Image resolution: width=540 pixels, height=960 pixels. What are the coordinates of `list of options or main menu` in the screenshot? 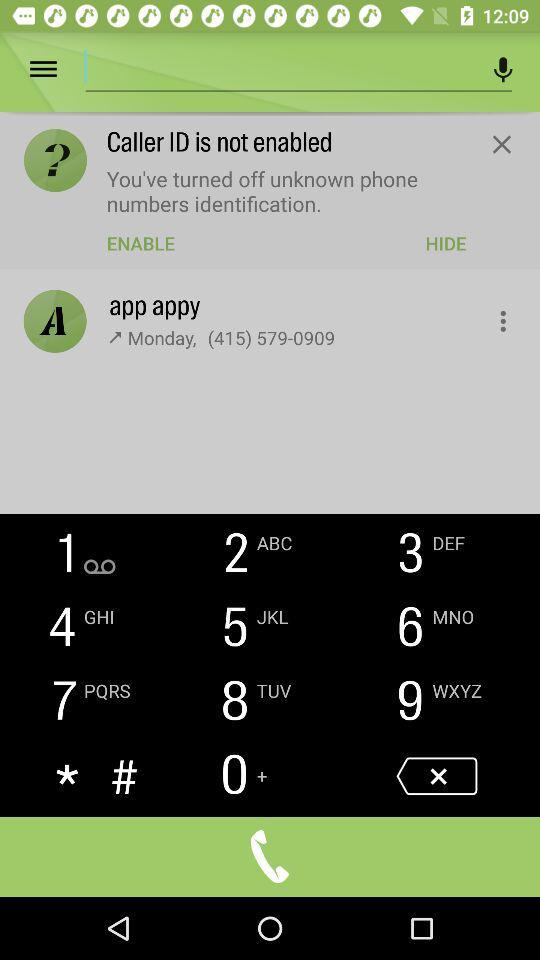 It's located at (57, 69).